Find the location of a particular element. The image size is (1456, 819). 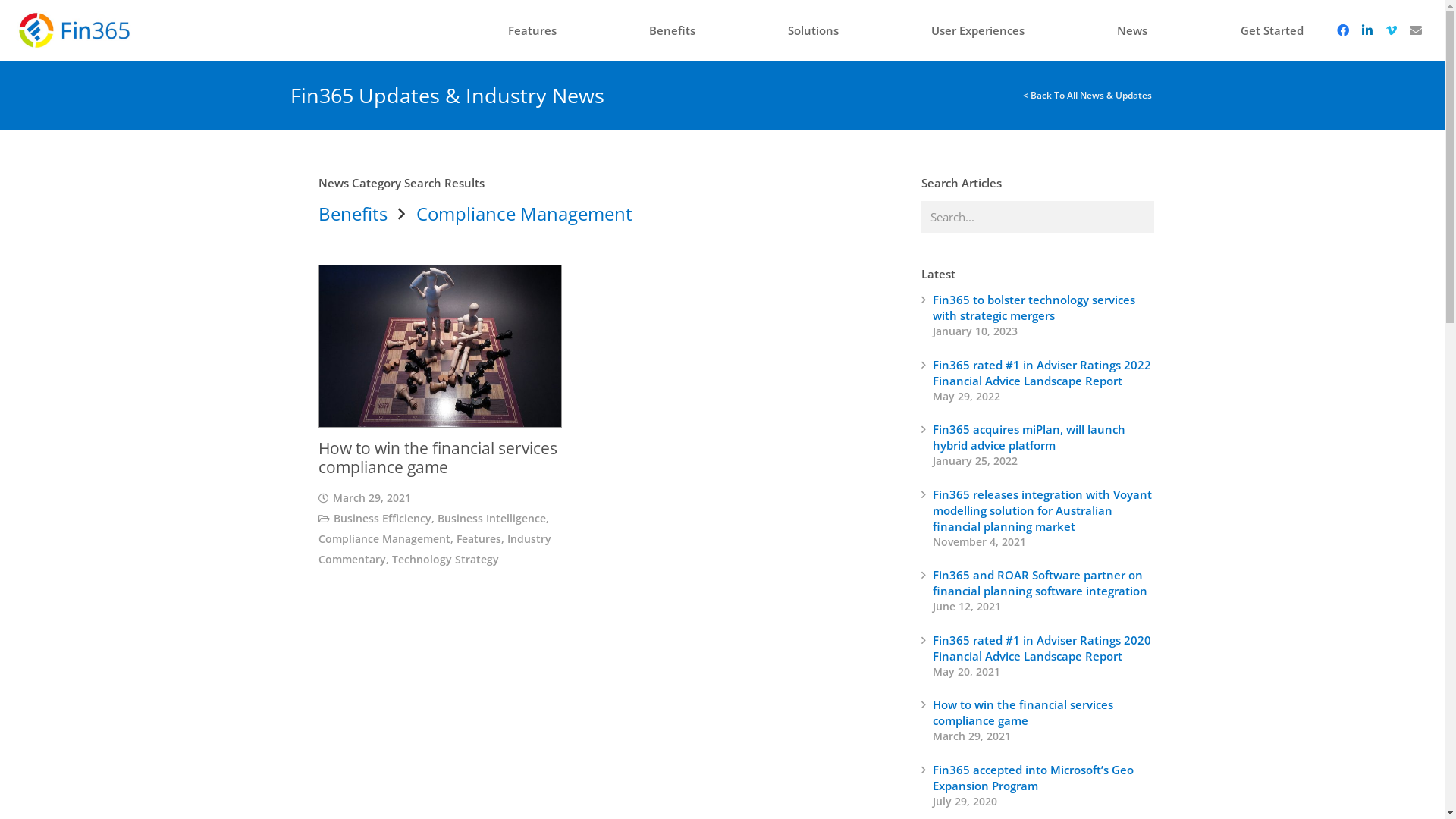

'User Experiences' is located at coordinates (977, 30).